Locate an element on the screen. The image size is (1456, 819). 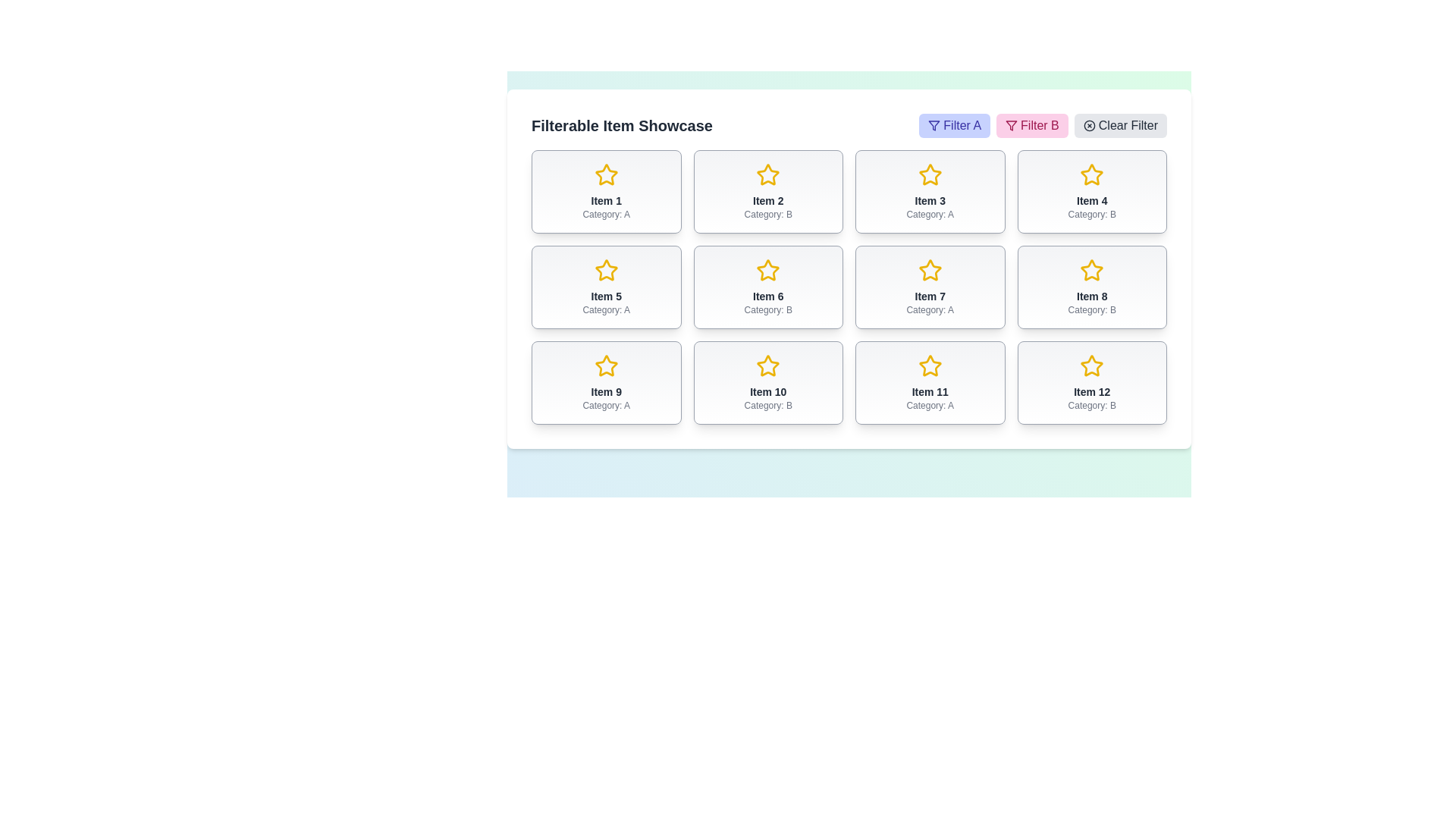
the eleventh item in the filterable showcase grid, located in the bottom row, second column from the right is located at coordinates (929, 382).